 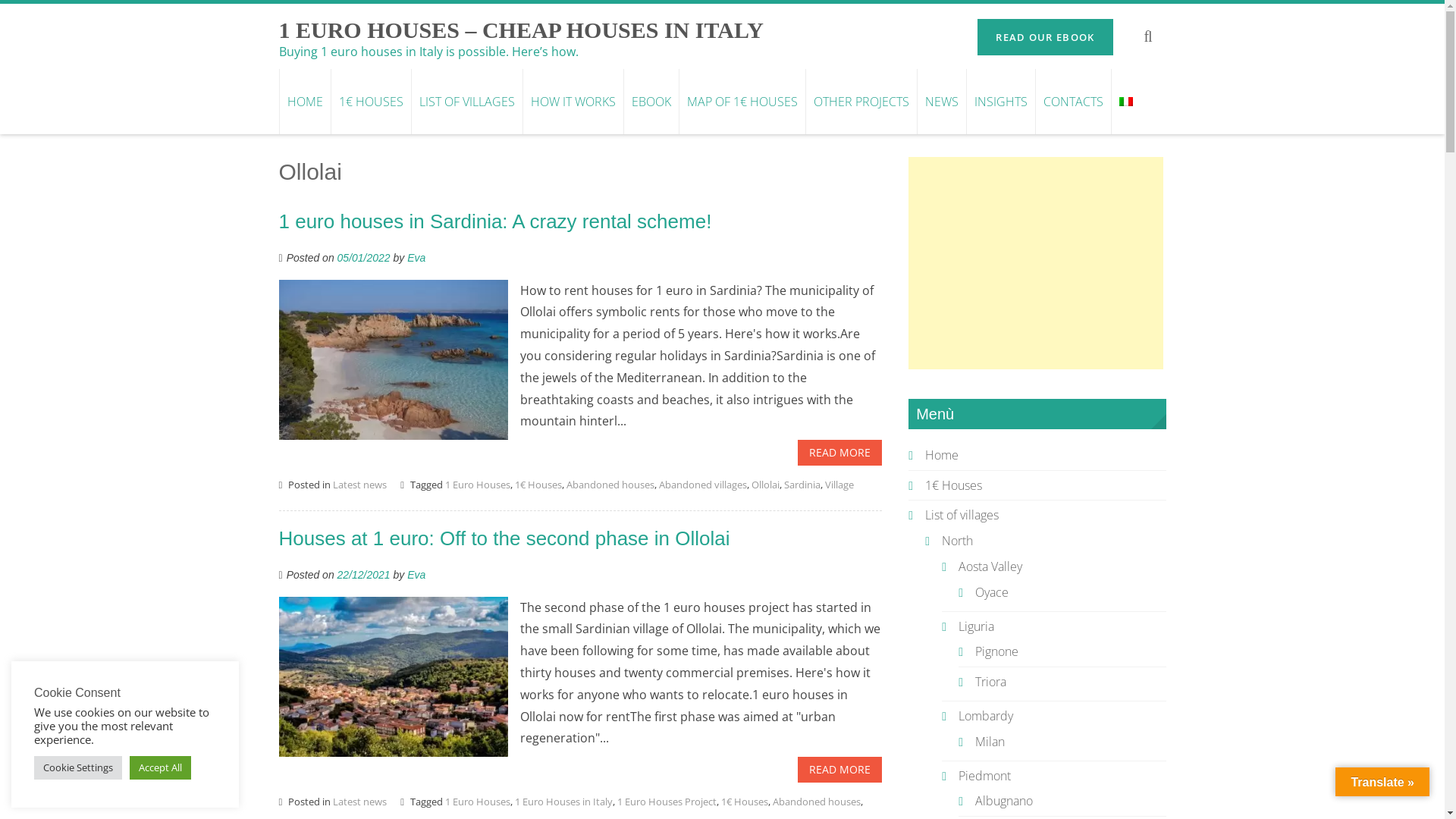 I want to click on 'Cookie Settings', so click(x=77, y=767).